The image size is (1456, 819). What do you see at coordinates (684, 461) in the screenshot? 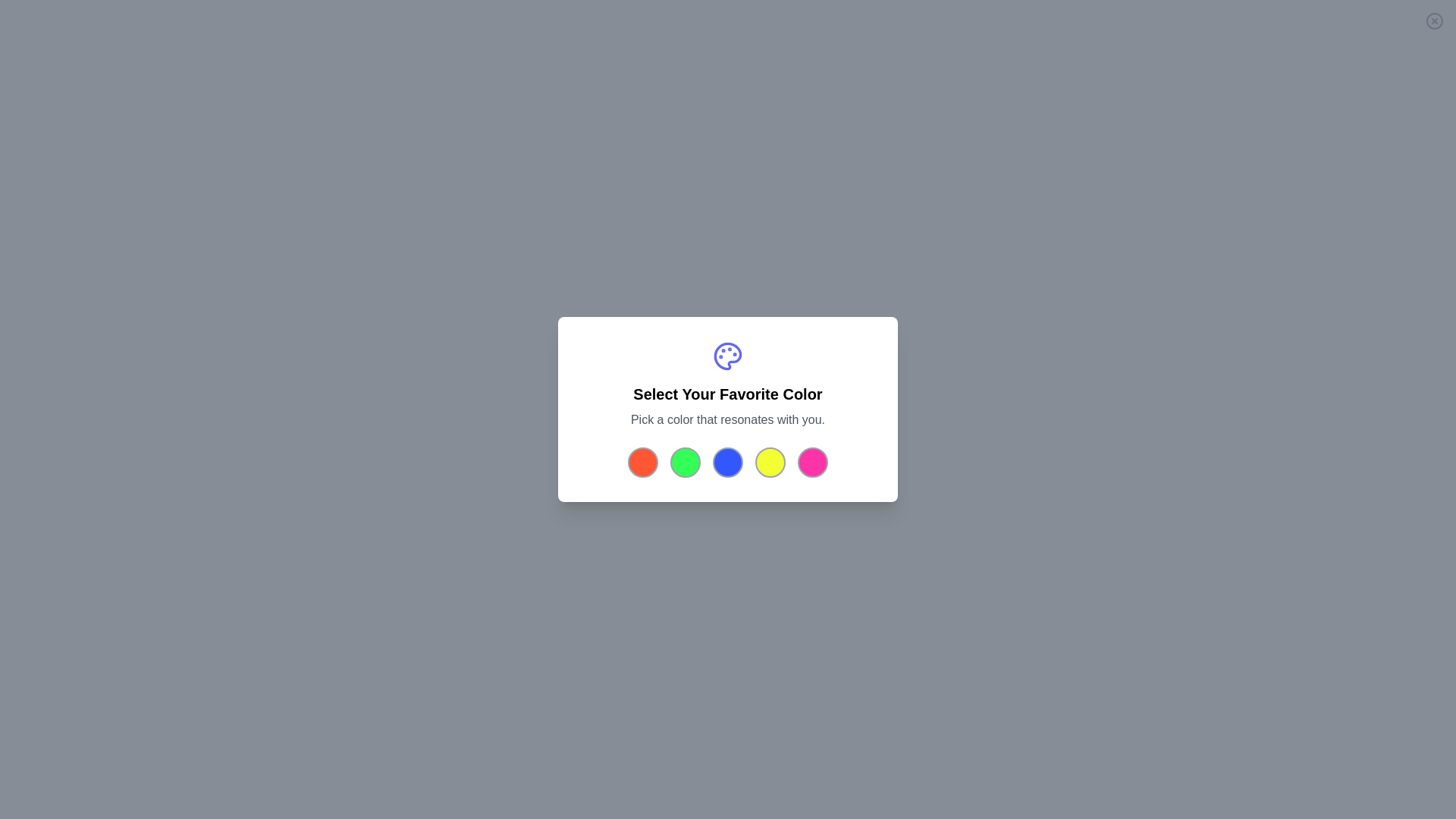
I see `the color button corresponding to green` at bounding box center [684, 461].